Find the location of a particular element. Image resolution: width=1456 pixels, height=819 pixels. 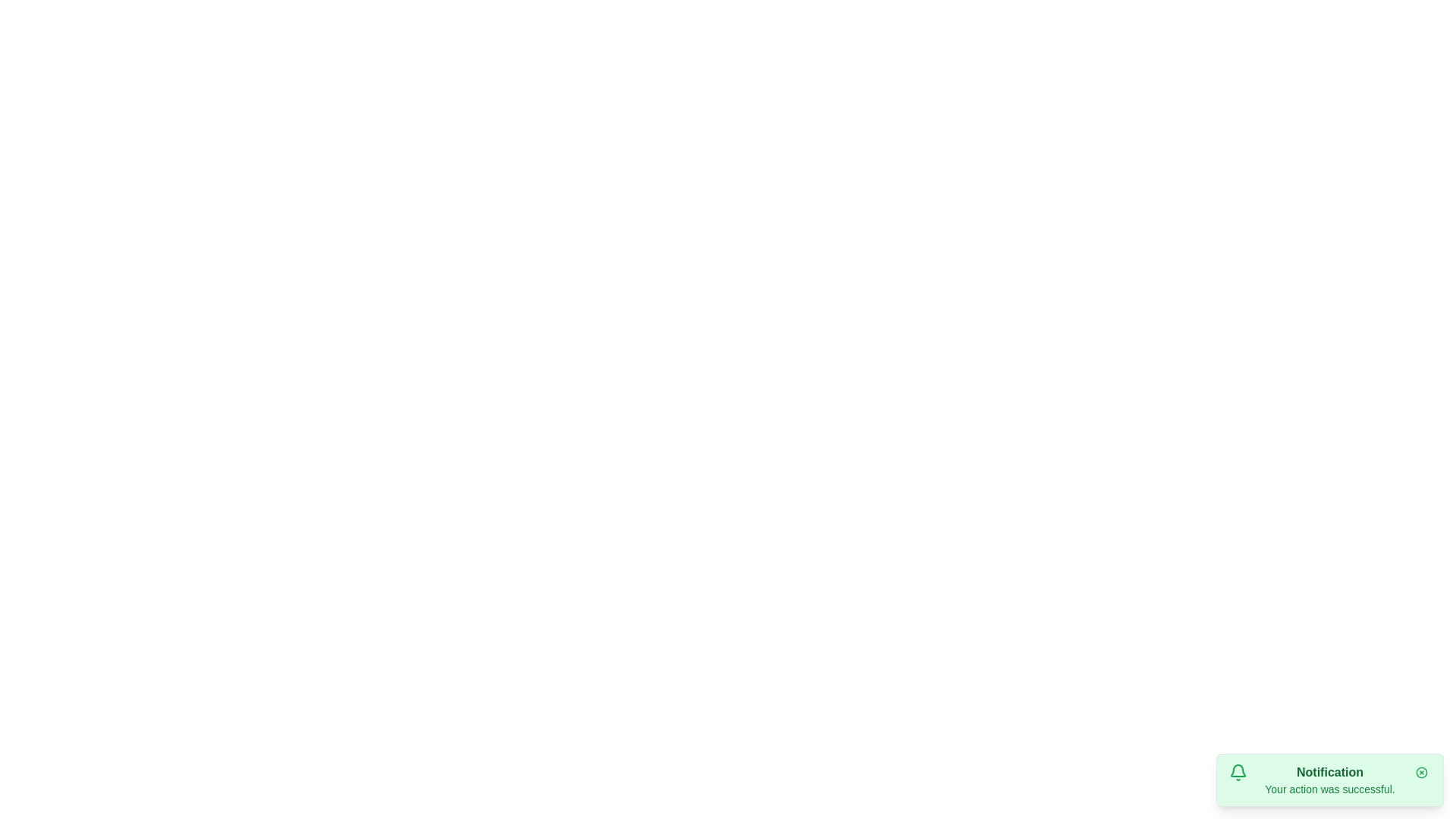

the close button of the snackbar notification to dismiss it is located at coordinates (1421, 772).